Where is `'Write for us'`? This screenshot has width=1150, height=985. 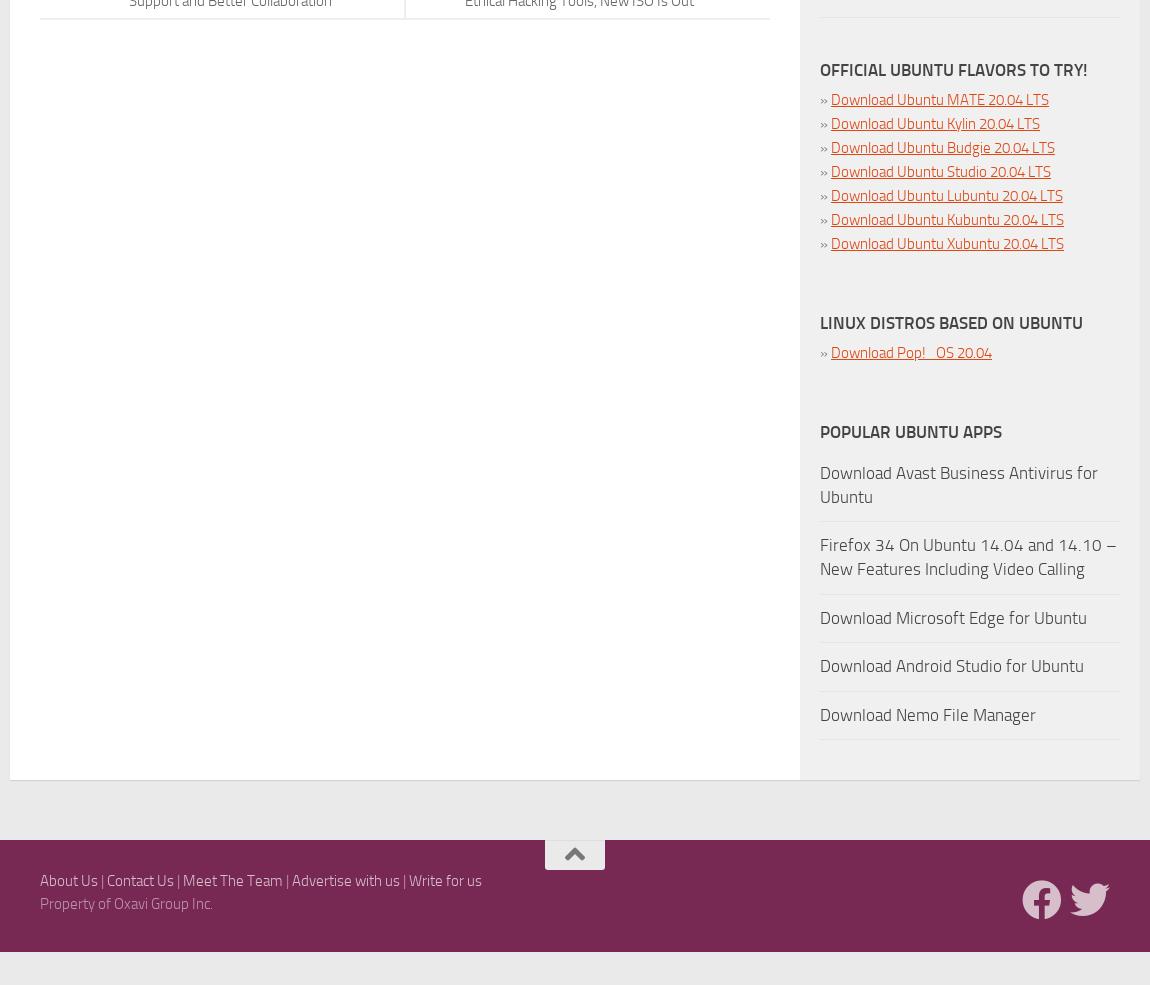
'Write for us' is located at coordinates (409, 879).